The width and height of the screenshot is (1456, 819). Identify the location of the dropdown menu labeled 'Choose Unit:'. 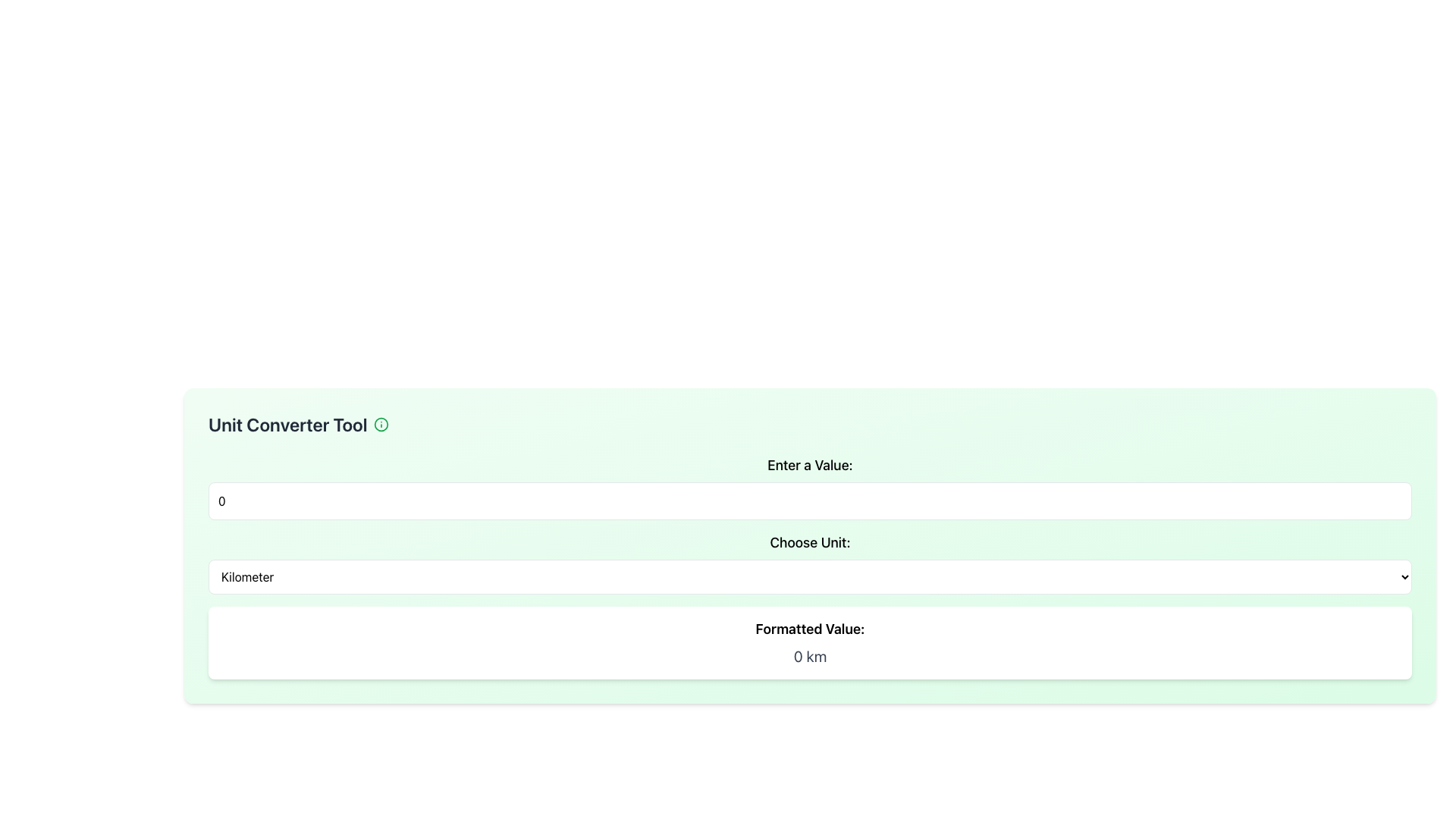
(809, 563).